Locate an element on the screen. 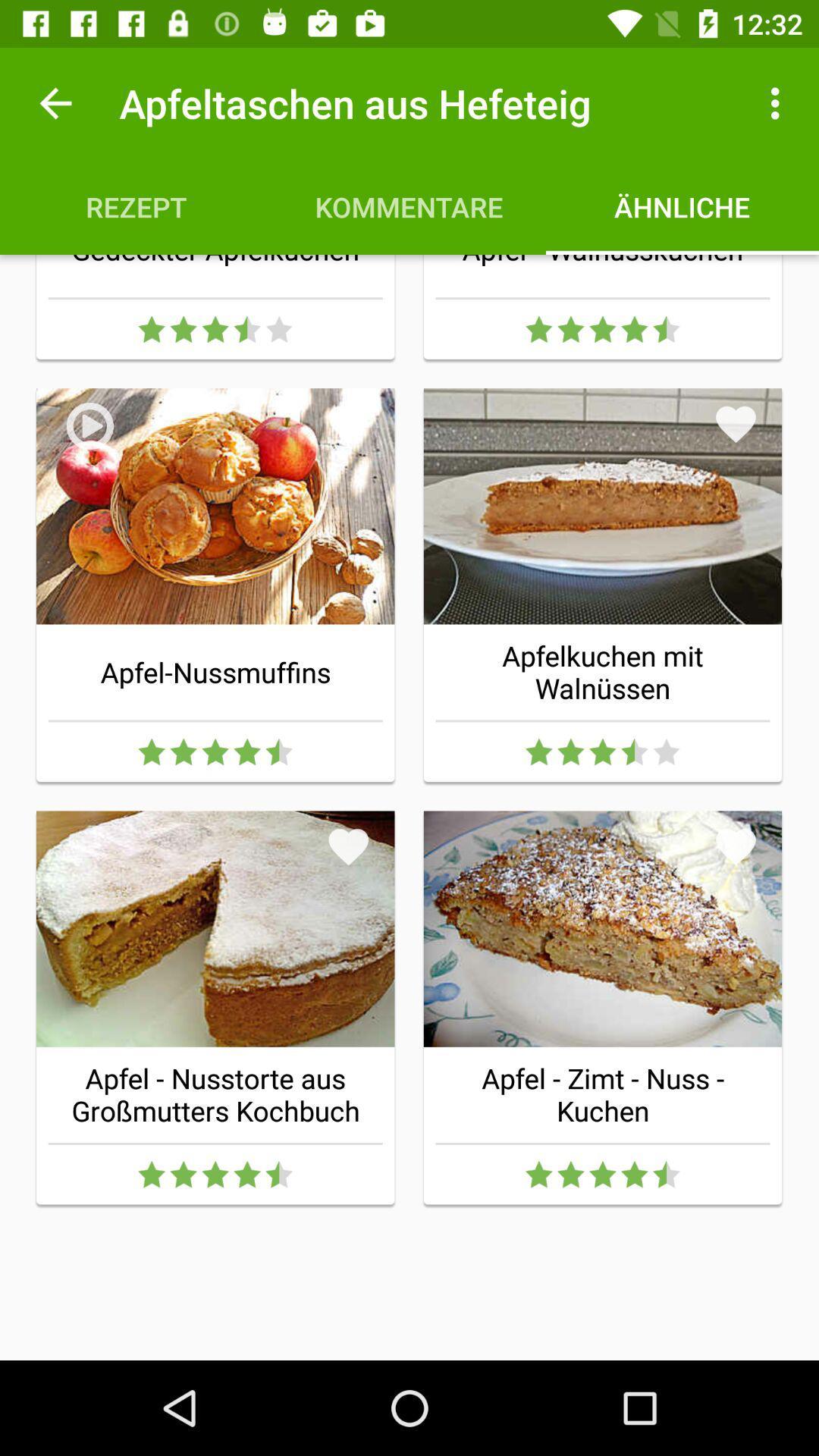 This screenshot has width=819, height=1456. icon above the apfel zimt nuss icon is located at coordinates (735, 846).